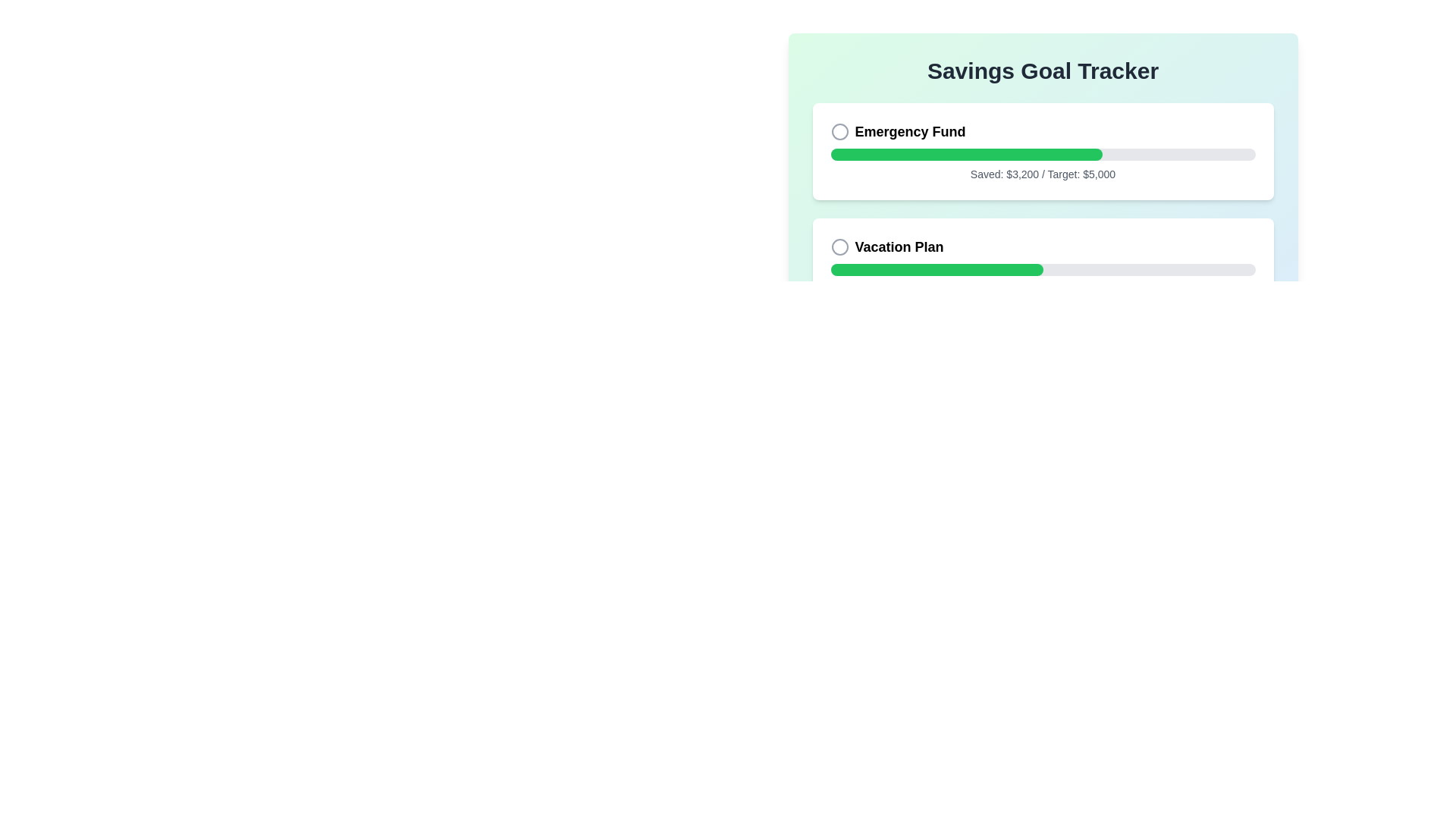 Image resolution: width=1456 pixels, height=819 pixels. I want to click on the prominently displayed text header 'Savings Goal Tracker', which is styled in bold and large font with a dark gray color against a light gradient background, so click(1042, 71).